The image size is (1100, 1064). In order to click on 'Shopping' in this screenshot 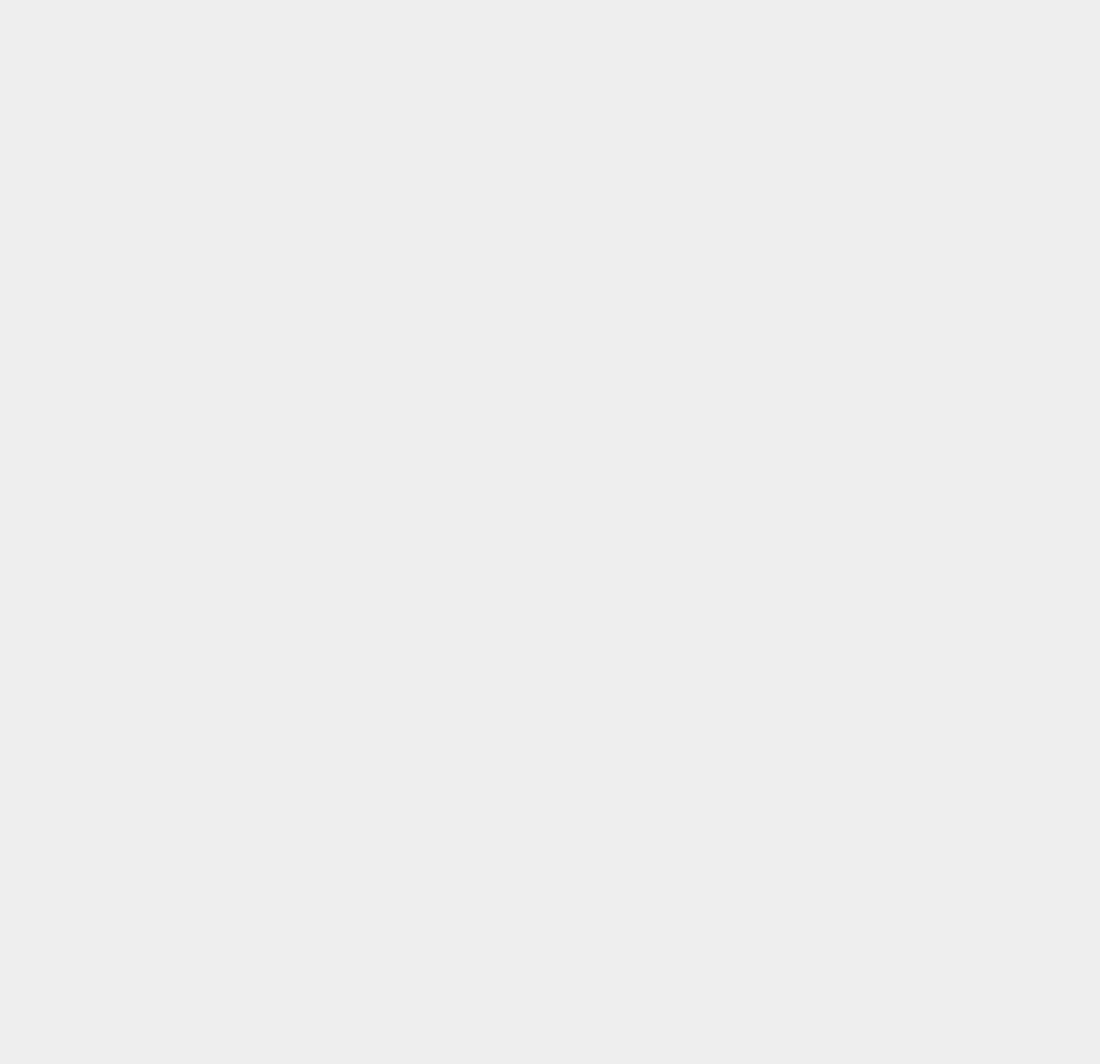, I will do `click(778, 528)`.